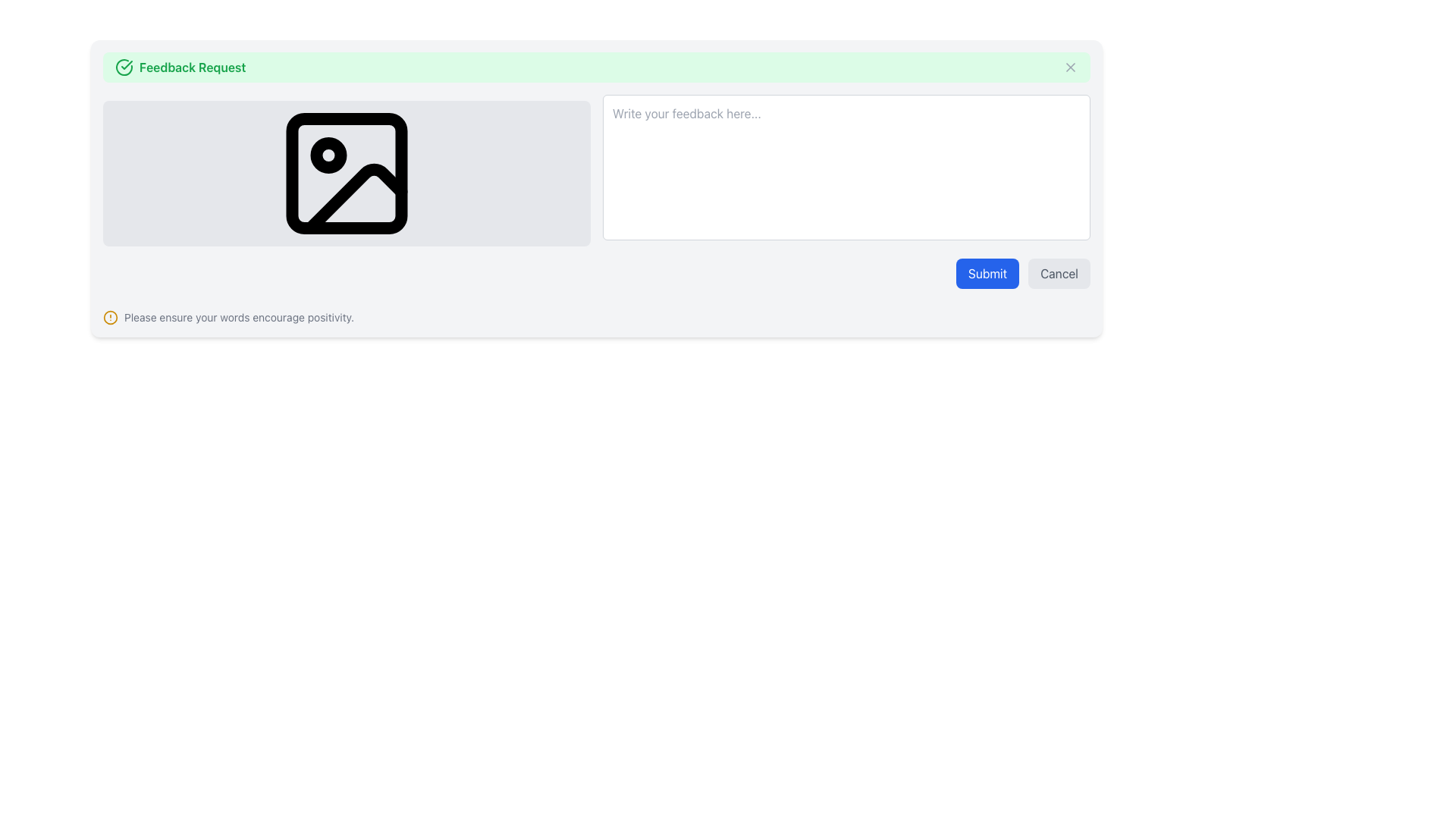  Describe the element at coordinates (346, 172) in the screenshot. I see `the SVG icon resembling a rectangular image placeholder with rounded corners, located near the top-center of the interface` at that location.